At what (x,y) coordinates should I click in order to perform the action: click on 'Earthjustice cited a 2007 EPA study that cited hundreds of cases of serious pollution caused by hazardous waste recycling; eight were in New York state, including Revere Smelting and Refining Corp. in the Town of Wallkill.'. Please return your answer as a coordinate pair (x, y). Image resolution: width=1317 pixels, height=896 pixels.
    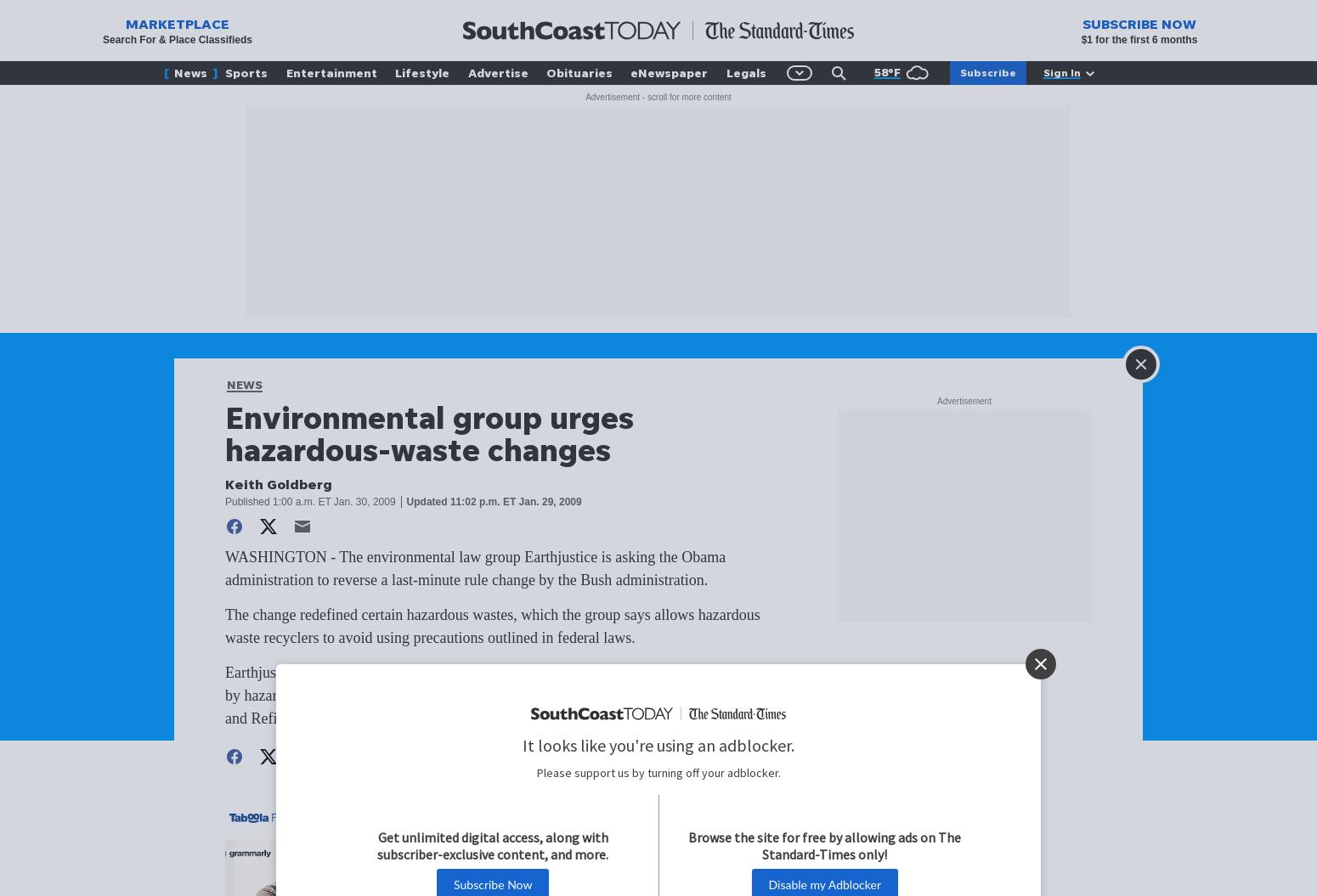
    Looking at the image, I should click on (505, 694).